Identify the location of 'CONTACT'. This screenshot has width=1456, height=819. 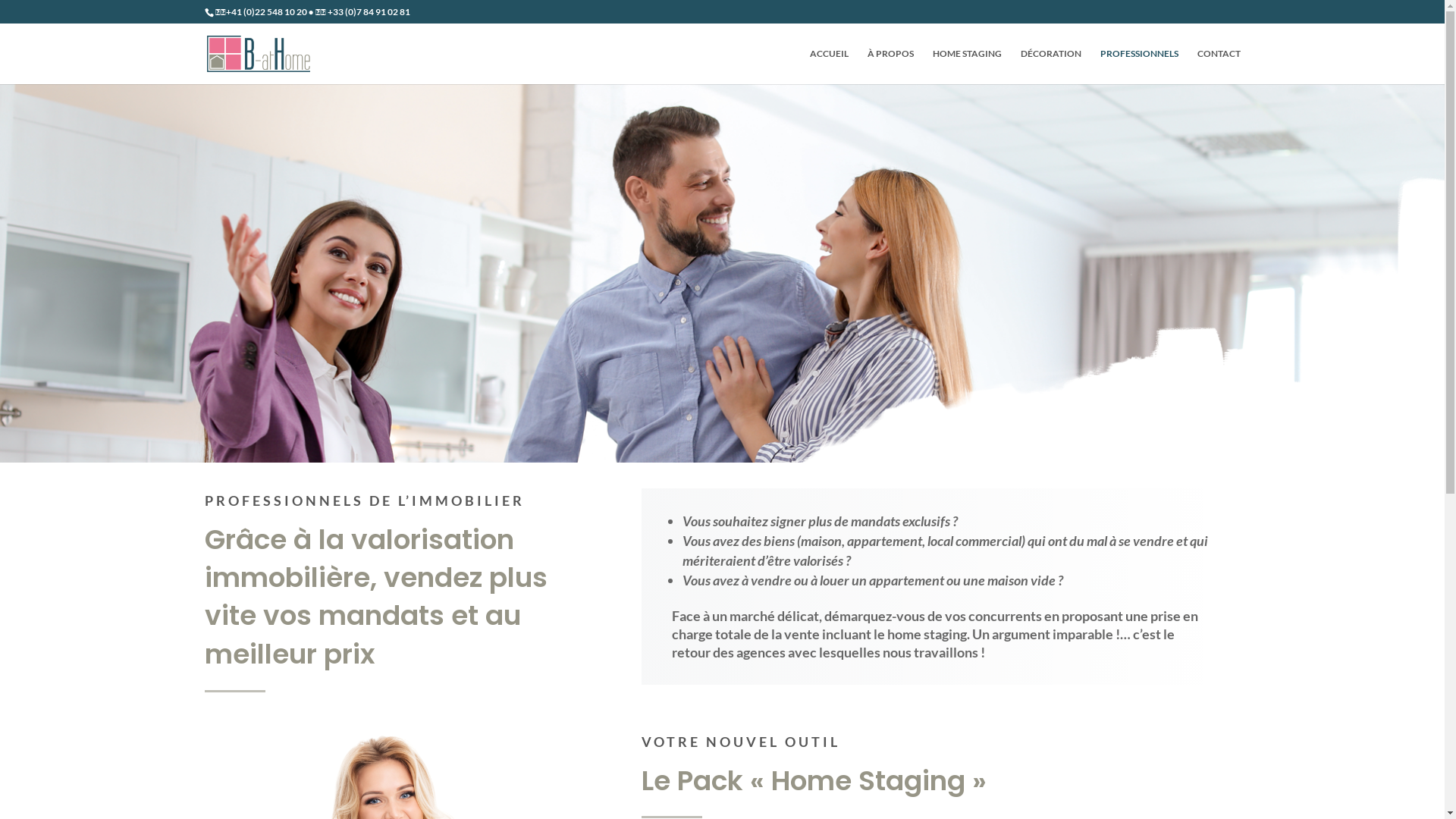
(1218, 65).